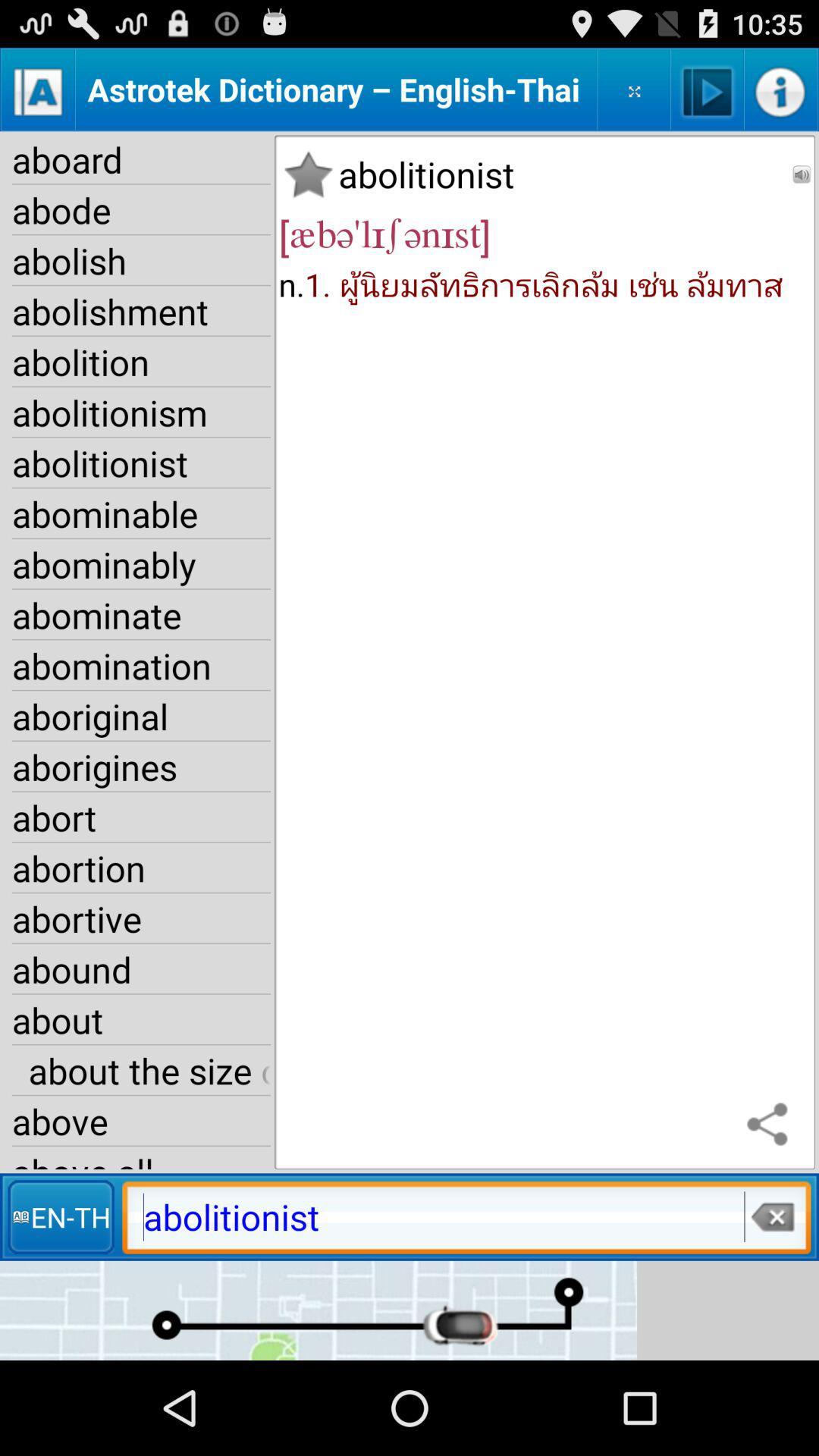  I want to click on scale down app, so click(634, 89).